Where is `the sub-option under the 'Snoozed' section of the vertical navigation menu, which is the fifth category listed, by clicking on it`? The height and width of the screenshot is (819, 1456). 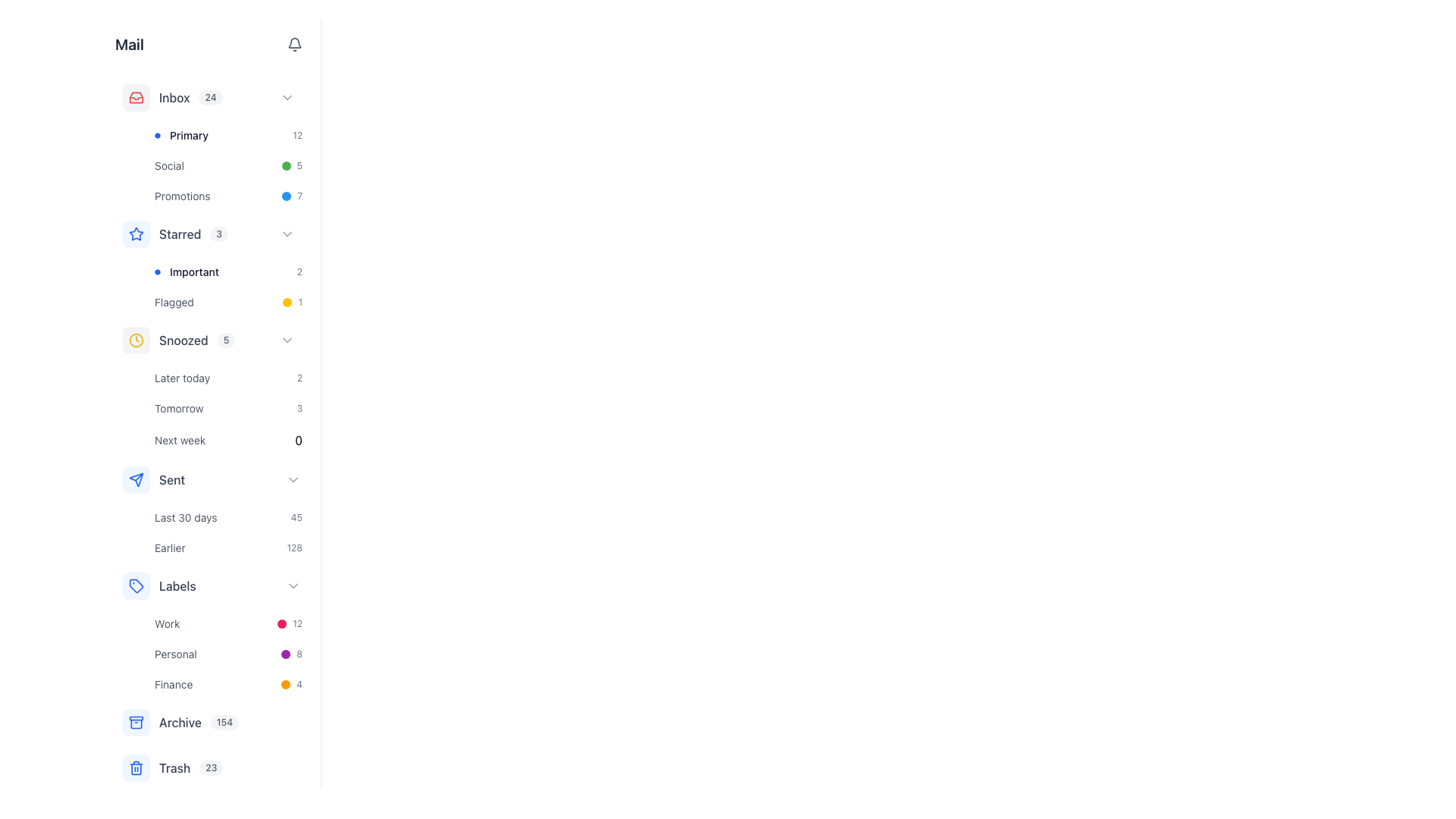 the sub-option under the 'Snoozed' section of the vertical navigation menu, which is the fifth category listed, by clicking on it is located at coordinates (211, 386).